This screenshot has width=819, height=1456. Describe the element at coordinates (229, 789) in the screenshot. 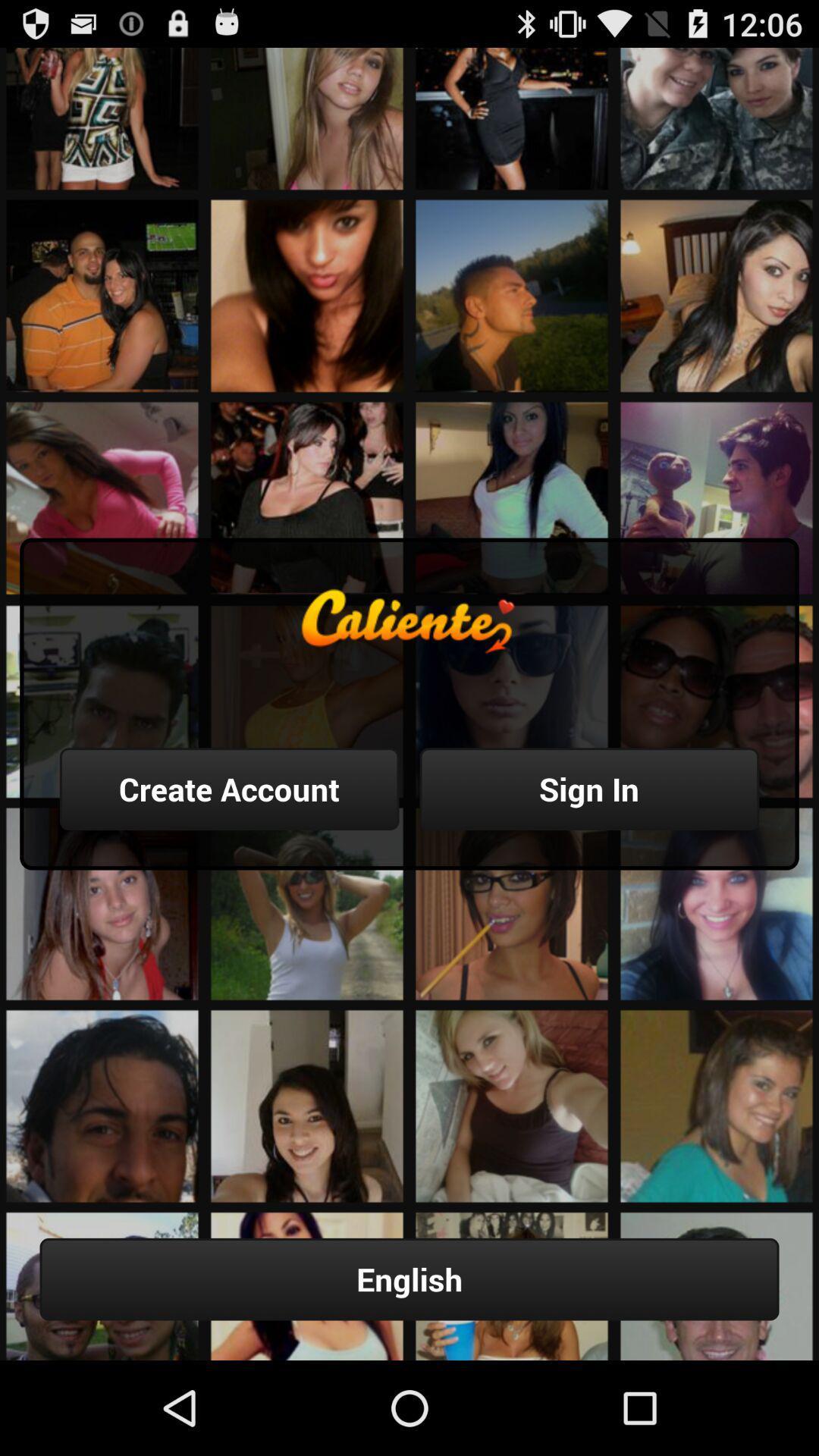

I see `create account icon` at that location.